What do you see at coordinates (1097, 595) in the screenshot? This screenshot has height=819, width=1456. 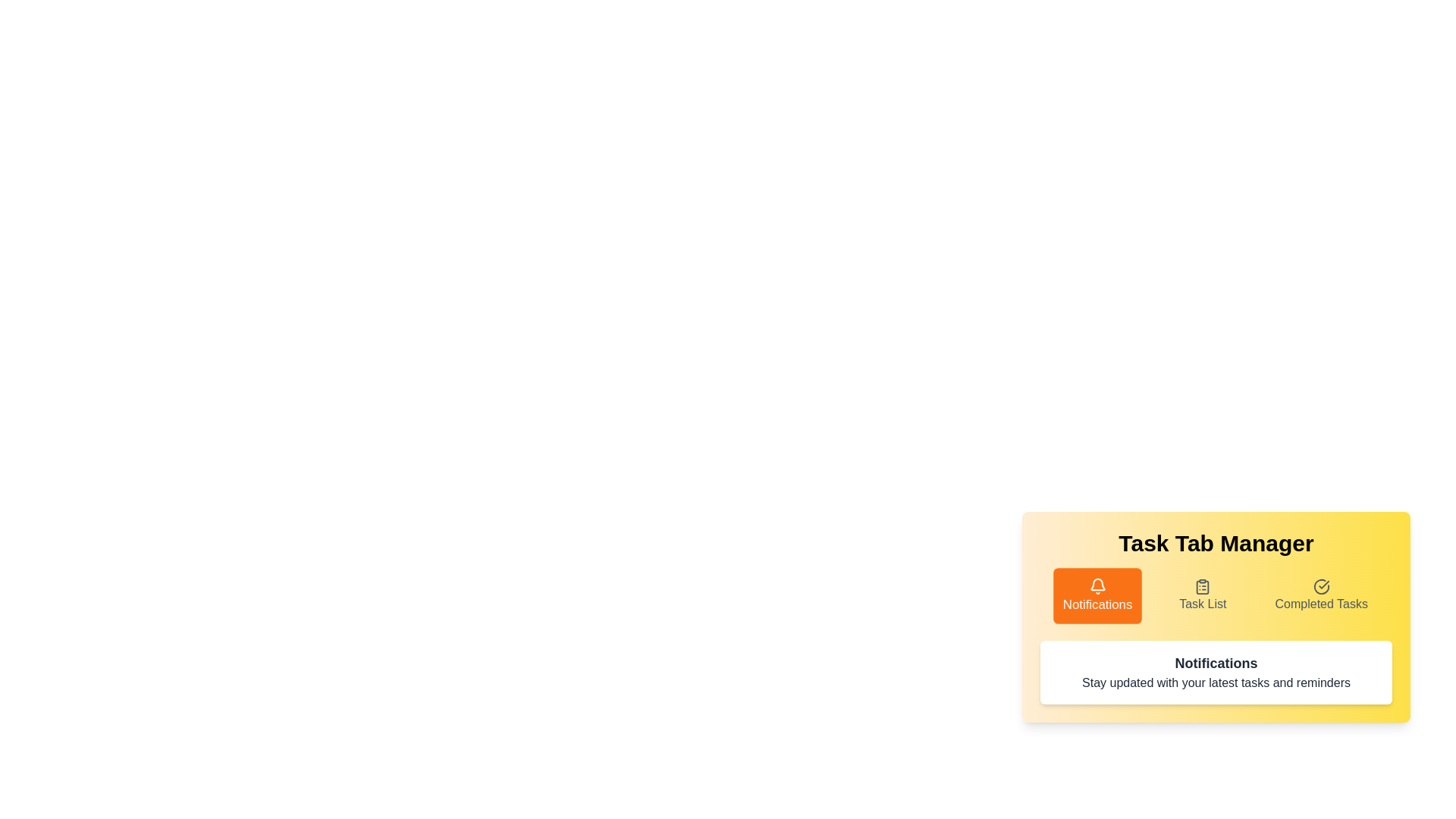 I see `the tab labeled Notifications by clicking on it` at bounding box center [1097, 595].